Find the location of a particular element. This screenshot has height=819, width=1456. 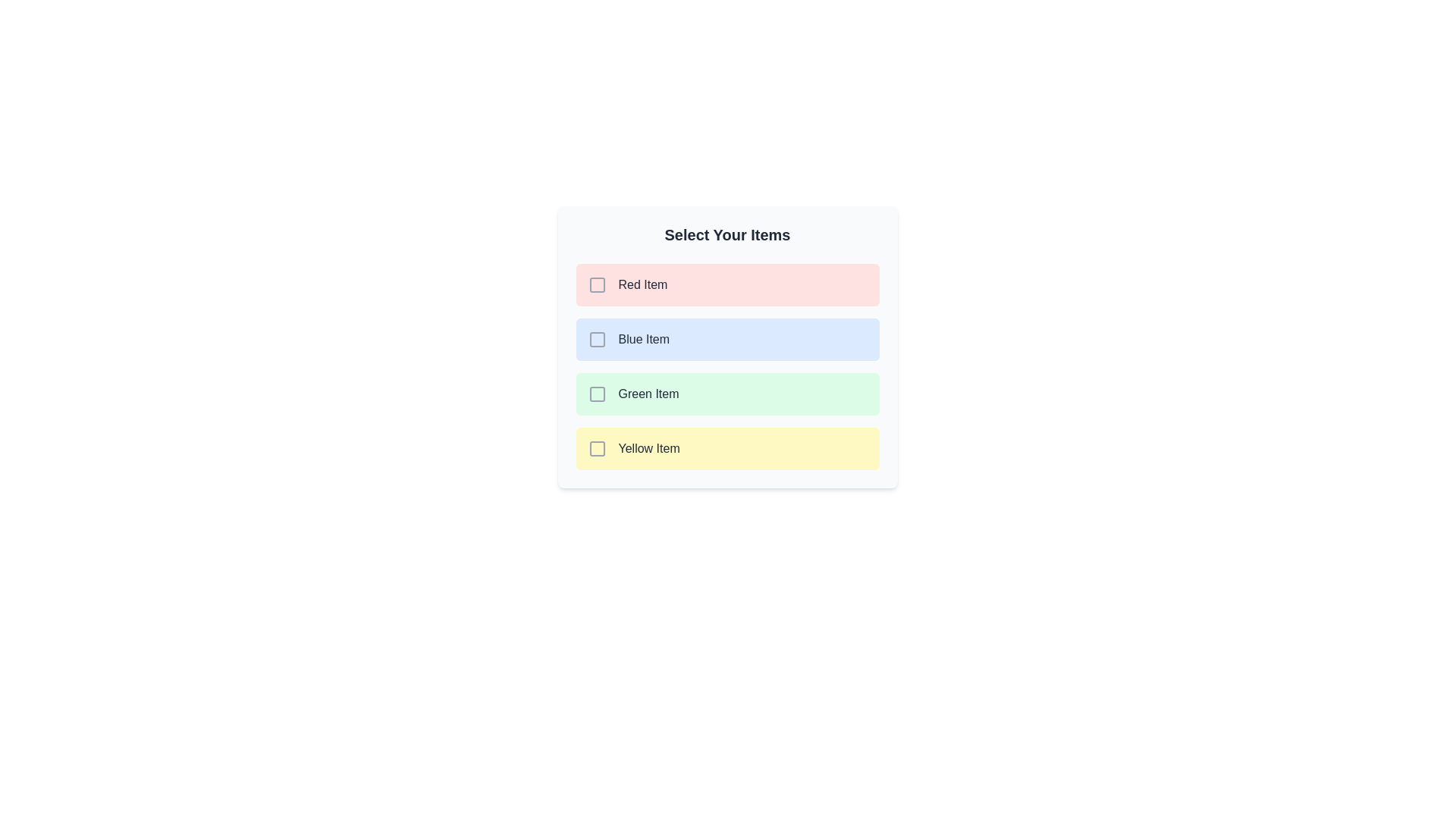

the item Yellow Item to observe its hover effect is located at coordinates (726, 447).